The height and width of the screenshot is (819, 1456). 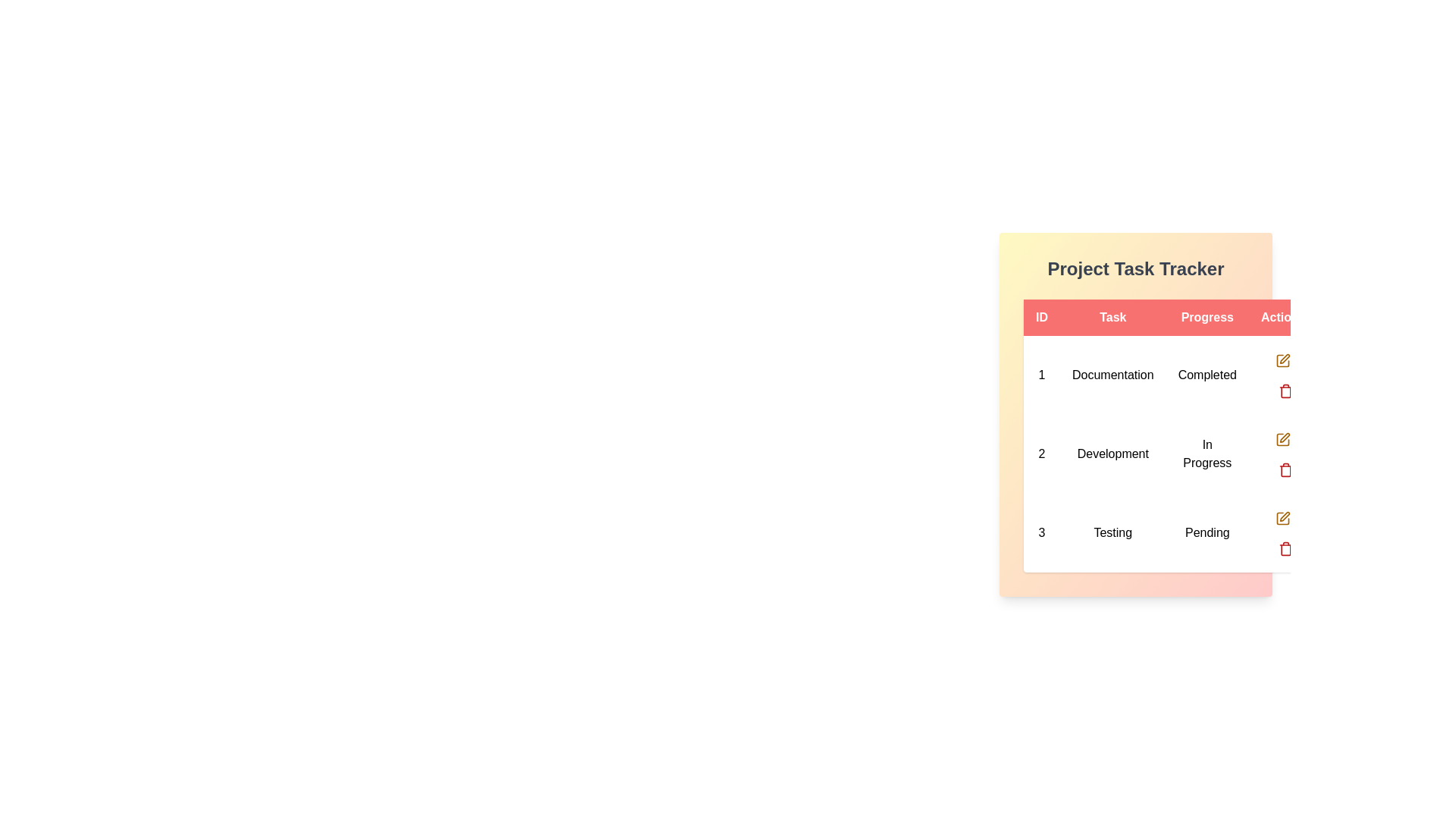 I want to click on the column header Actions to inspect it, so click(x=1282, y=317).